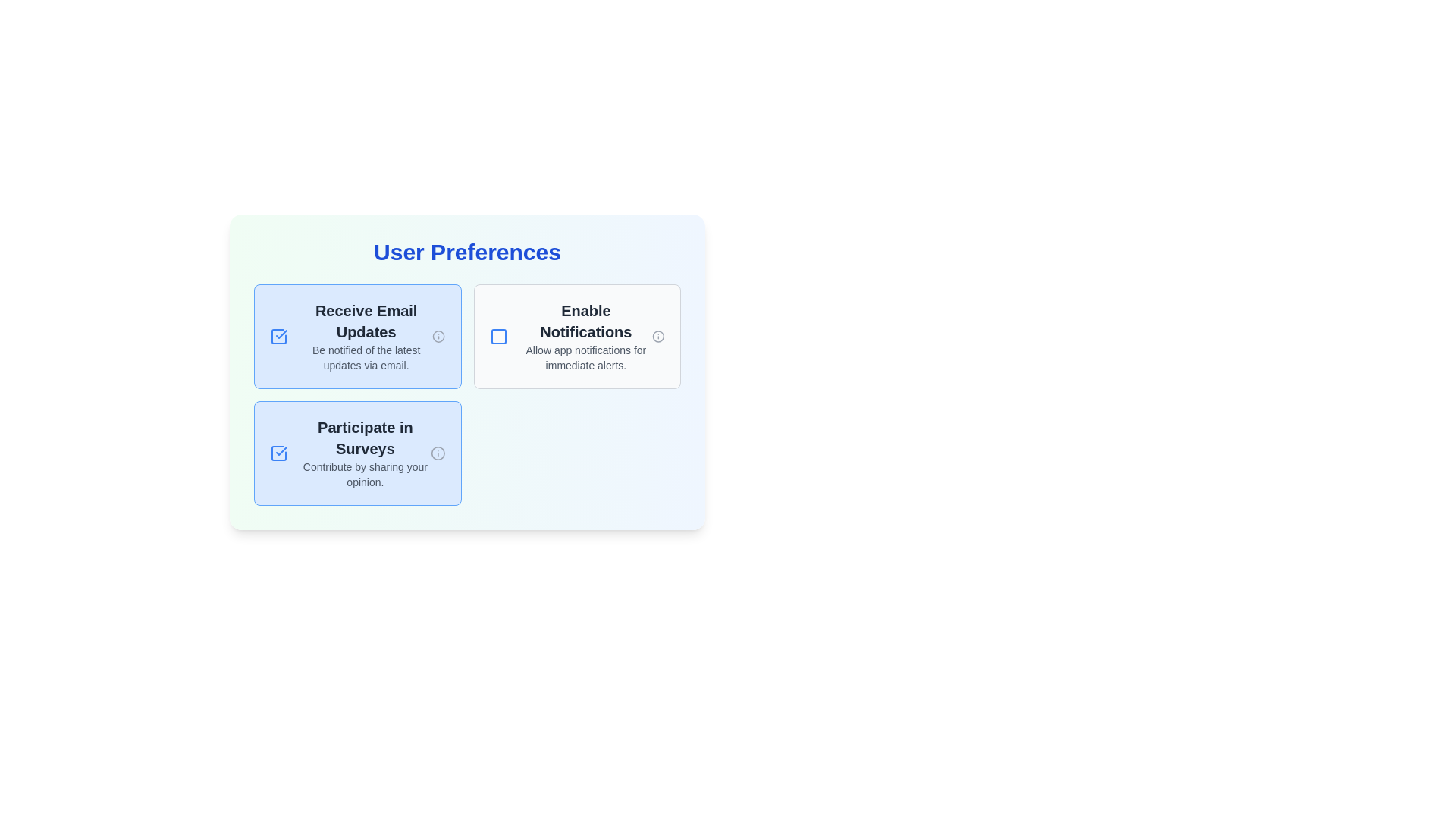 The image size is (1456, 819). What do you see at coordinates (658, 335) in the screenshot?
I see `the tooltip icon located in the 'Enable Notifications' module, at the top-right corner near the text 'Allow app notifications for immediate alerts.'` at bounding box center [658, 335].